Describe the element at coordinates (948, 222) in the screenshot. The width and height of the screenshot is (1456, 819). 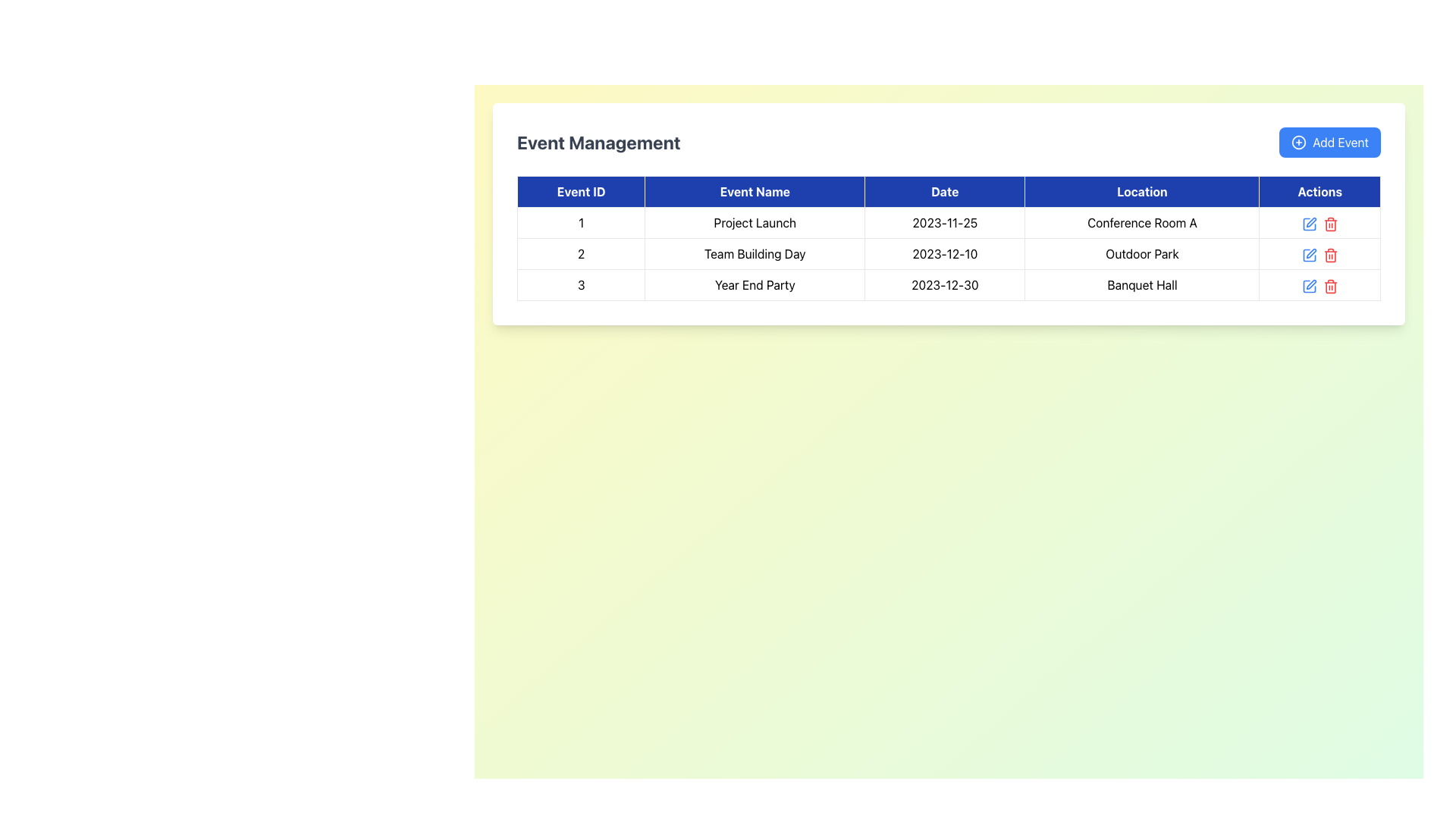
I see `the first row of the event management table, which displays details of an event` at that location.